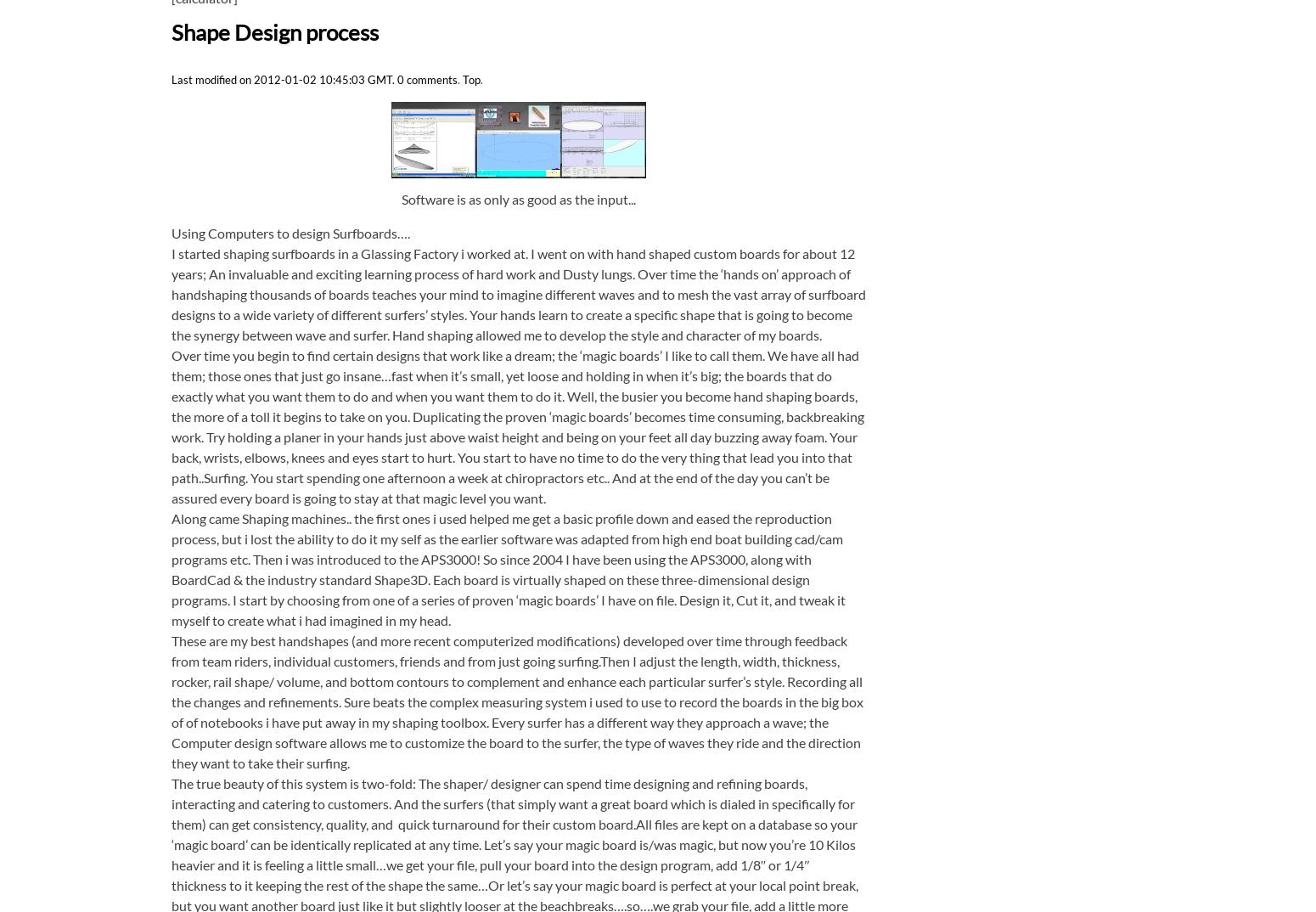  What do you see at coordinates (170, 425) in the screenshot?
I see `'Over time you begin to find certain designs that work like a dream; the ‘magic boards’ I like to call them. We have all had them; those ones that just go insane…fast when it’s small, yet loose and holding in when it’s big; the boards that do exactly what you want them to do and when you want them to do it. Well, the busier you become hand shaping boards, the more of a toll it begins to take on you. Duplicating the proven ‘magic boards’ becomes time consuming, backbreaking work. Try holding a planer in your hands just above waist height and being on your feet all day buzzing away foam. Your back, wrists, elbows, knees and eyes start to hurt. You start to have no time to do the very thing that lead you into that path..Surfing. You start spending one afternoon a week at chiropractors etc.. And at the end of the day you can’t be assured every board is going to stay at that magic level you want.'` at bounding box center [170, 425].